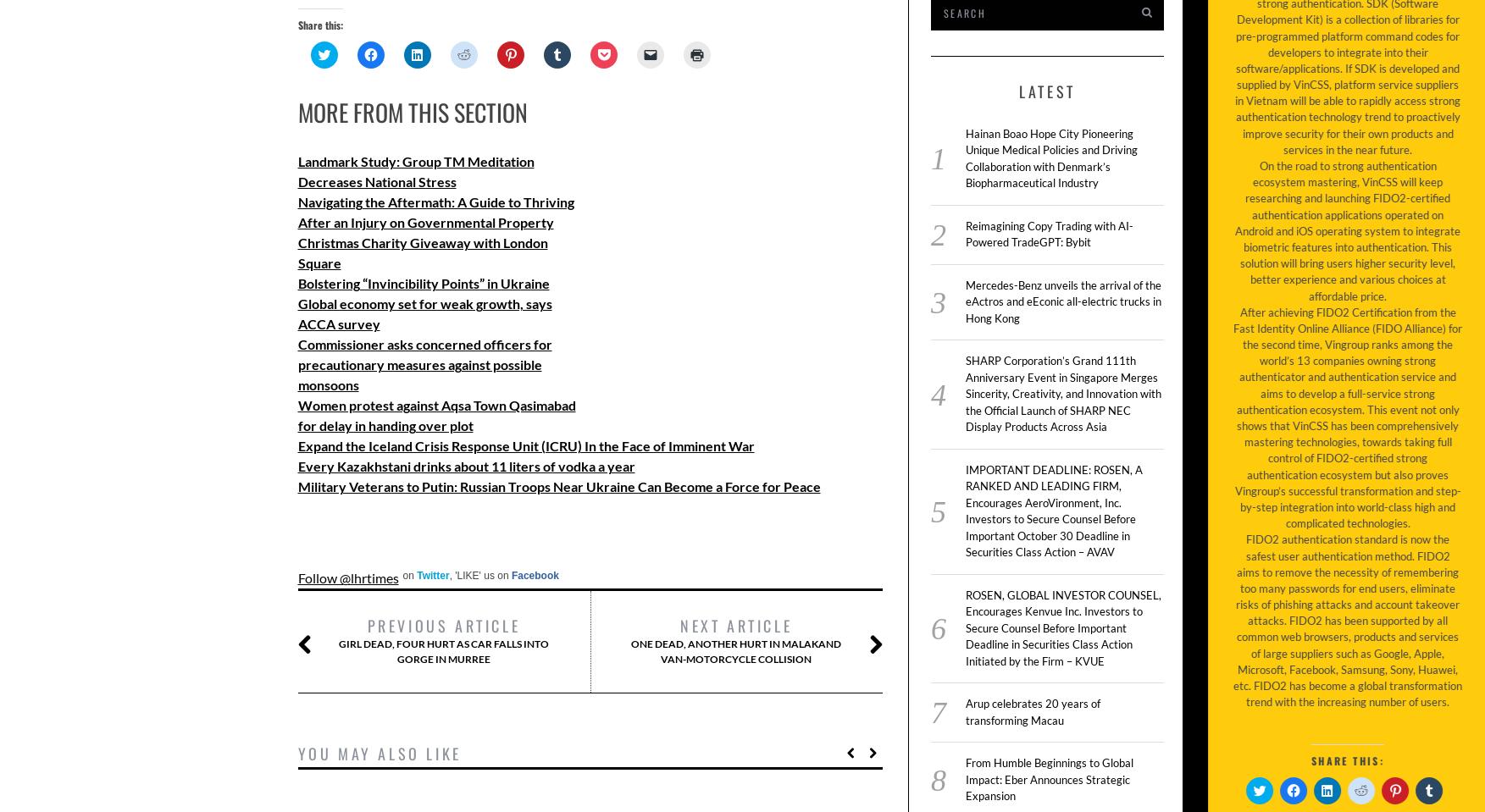 The image size is (1485, 812). Describe the element at coordinates (442, 651) in the screenshot. I see `'Girl dead, four hurt as car falls into gorge in Murree'` at that location.